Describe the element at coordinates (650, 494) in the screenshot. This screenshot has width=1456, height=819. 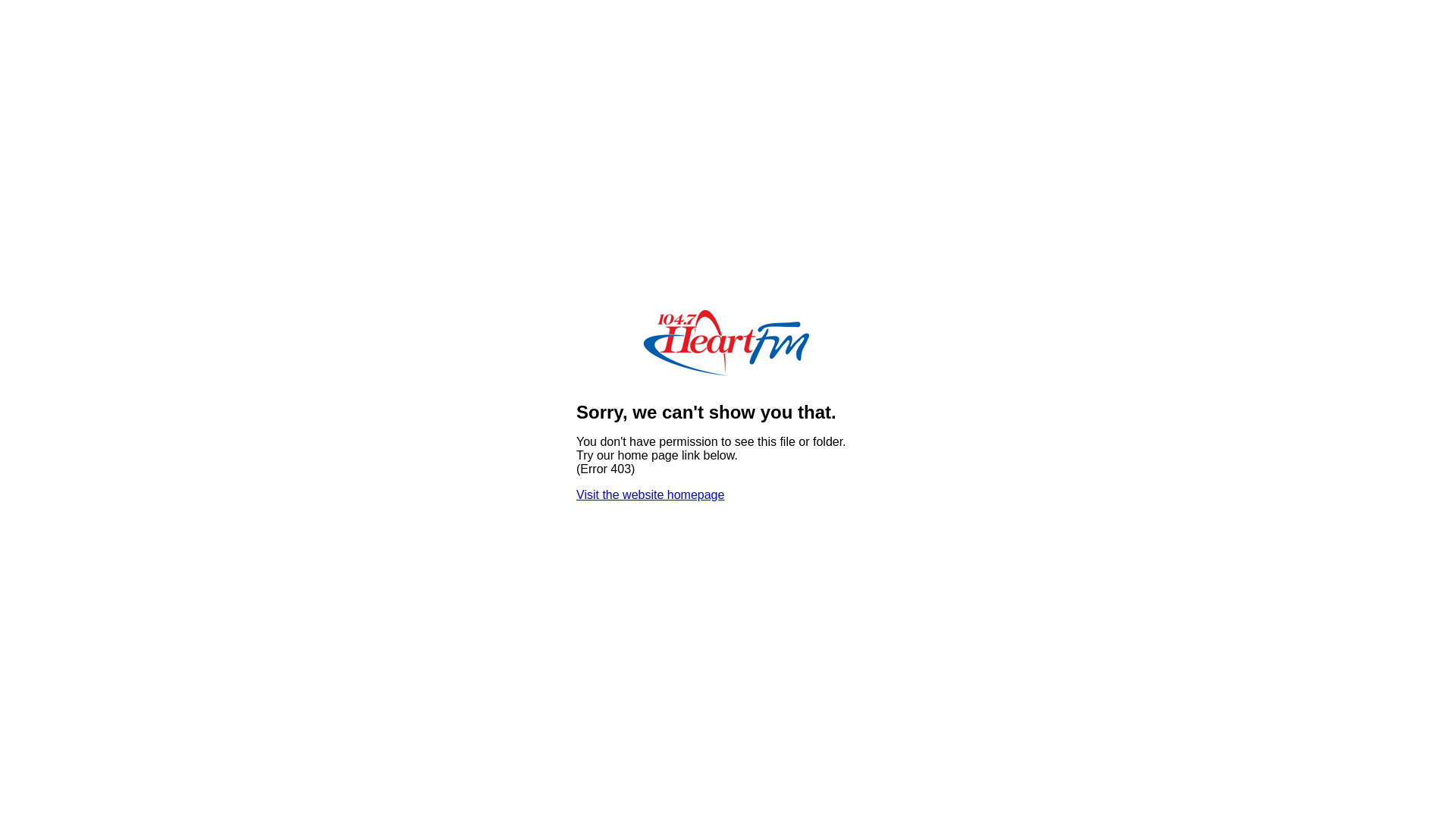
I see `'Visit the website homepage'` at that location.